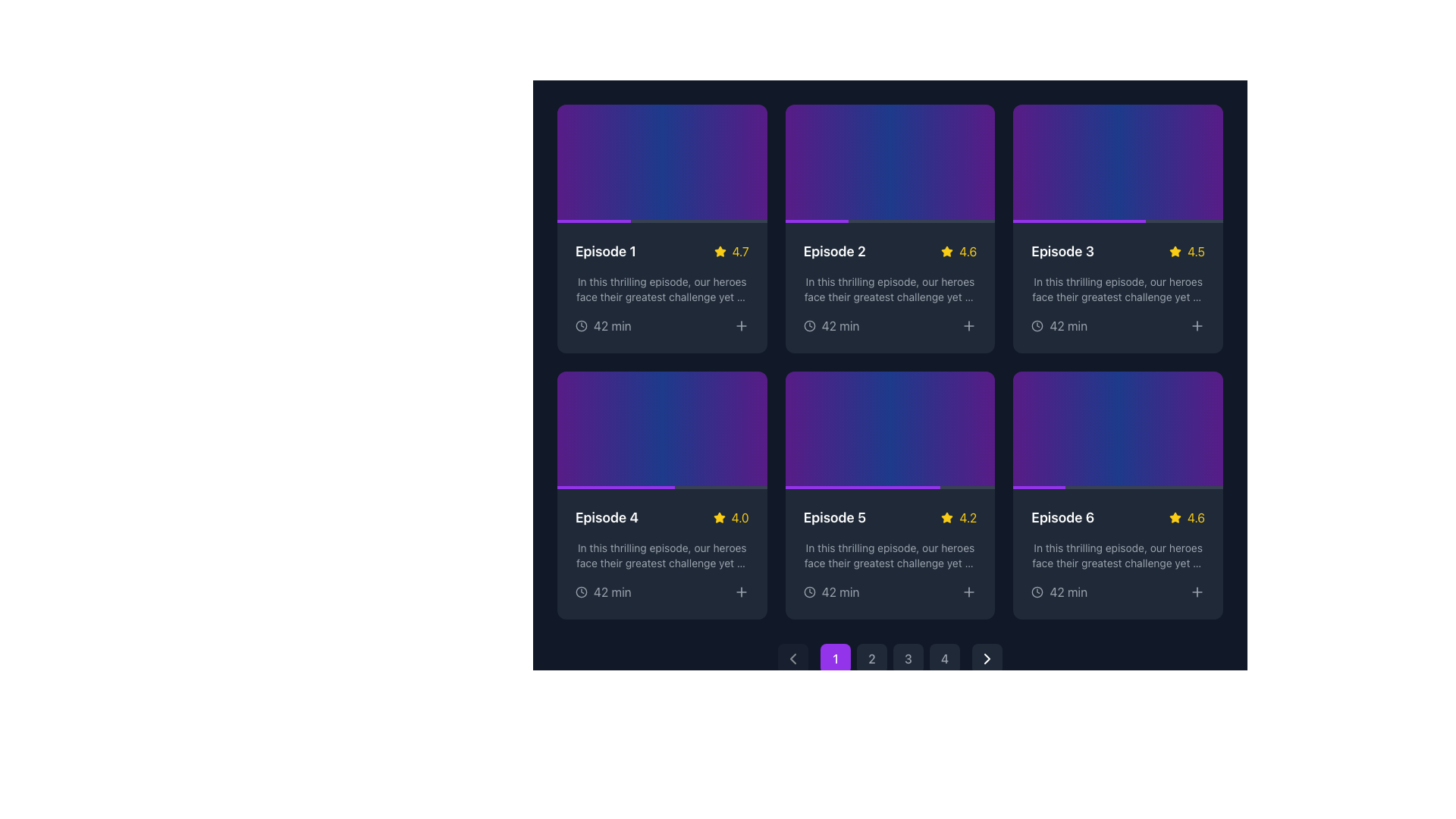  Describe the element at coordinates (946, 516) in the screenshot. I see `star icon representing the rating mechanism for 'Episode 5', located in the middle row and second column of a 2x3 grid layout, positioned adjacent to the text '4.2'` at that location.